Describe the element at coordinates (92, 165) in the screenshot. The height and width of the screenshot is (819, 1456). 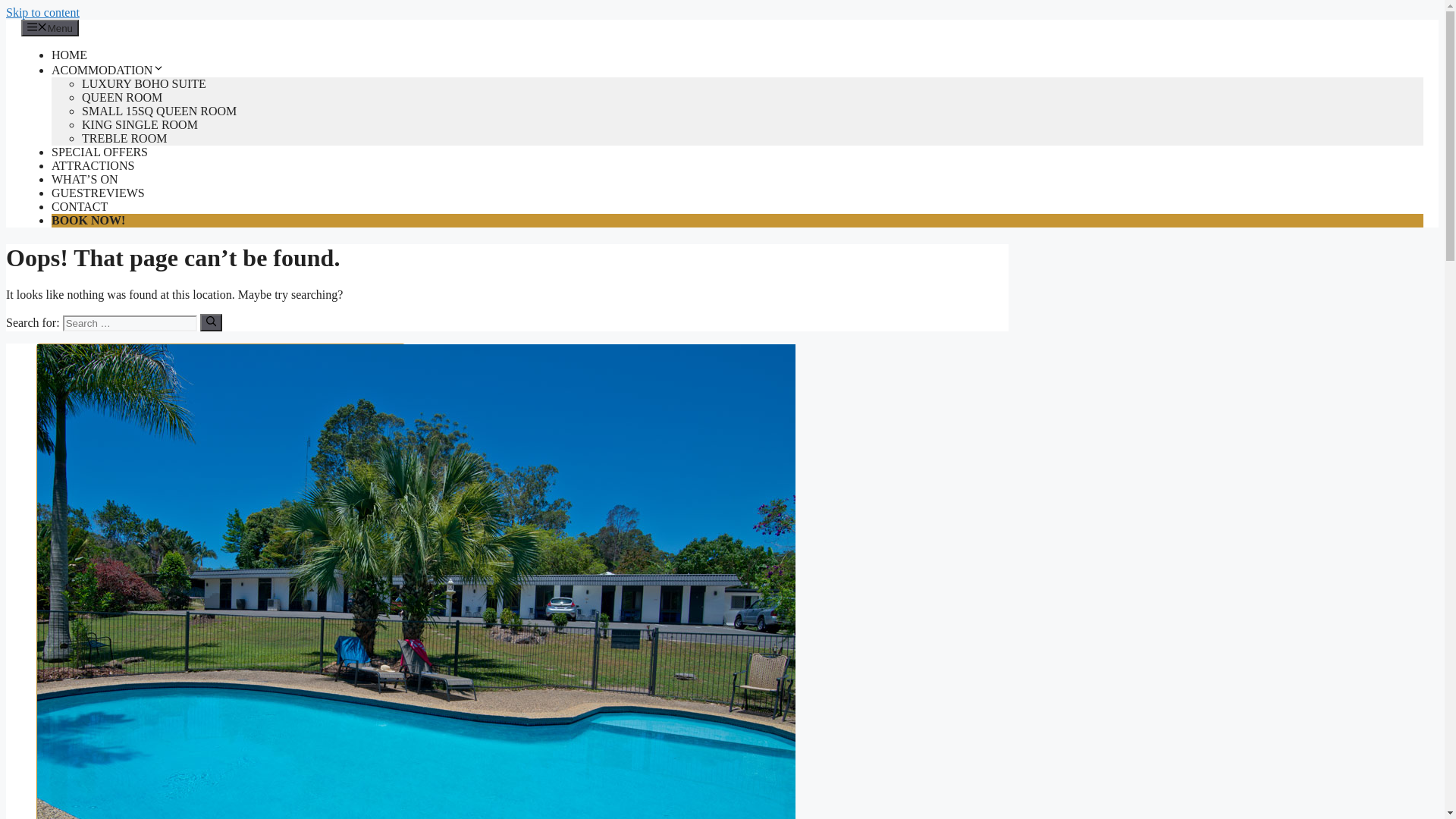
I see `'ATTRACTIONS'` at that location.